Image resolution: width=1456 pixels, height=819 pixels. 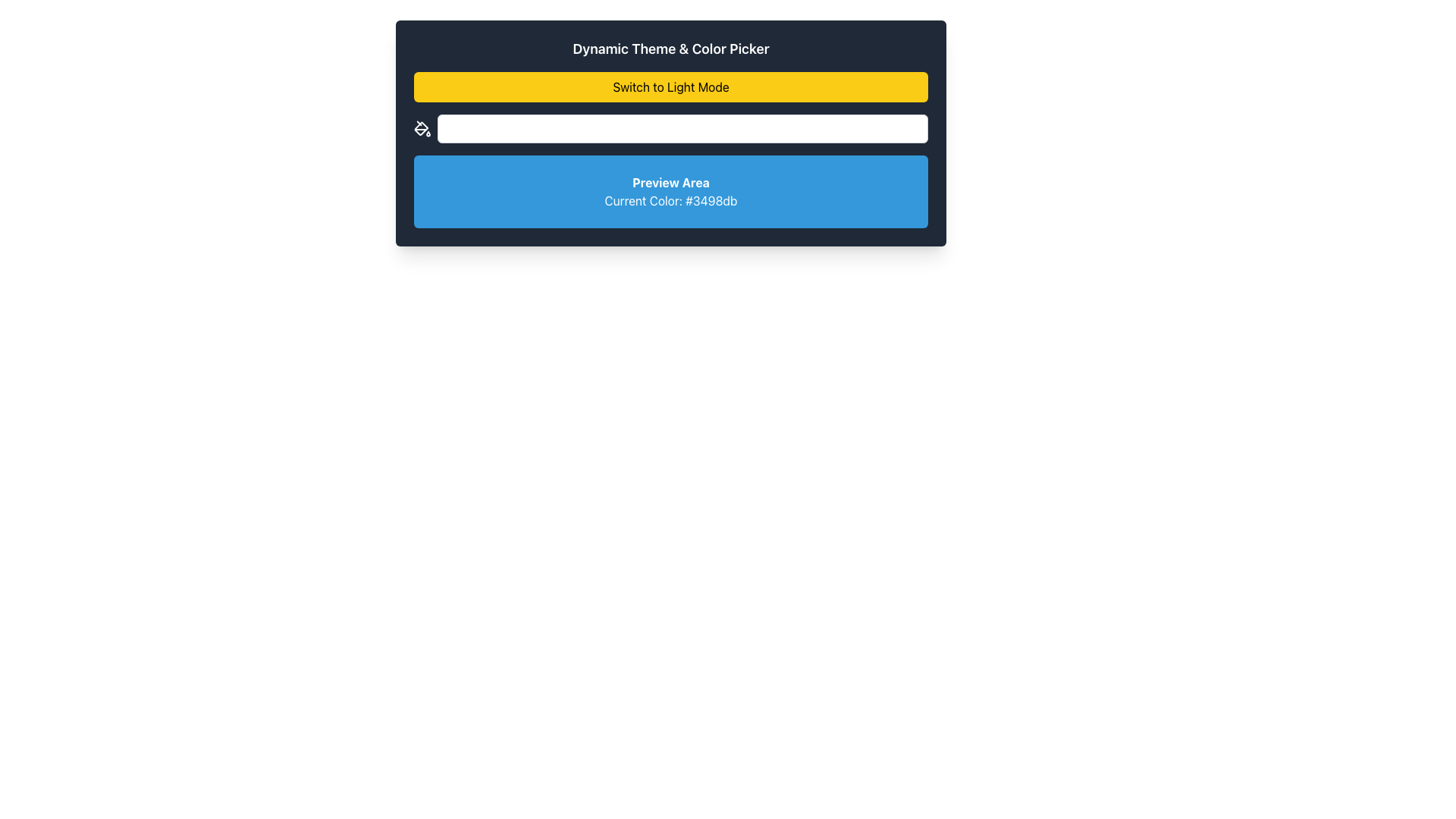 I want to click on the downward triangular shaped graphic icon located near the top-left corner of the white text input field, so click(x=421, y=127).